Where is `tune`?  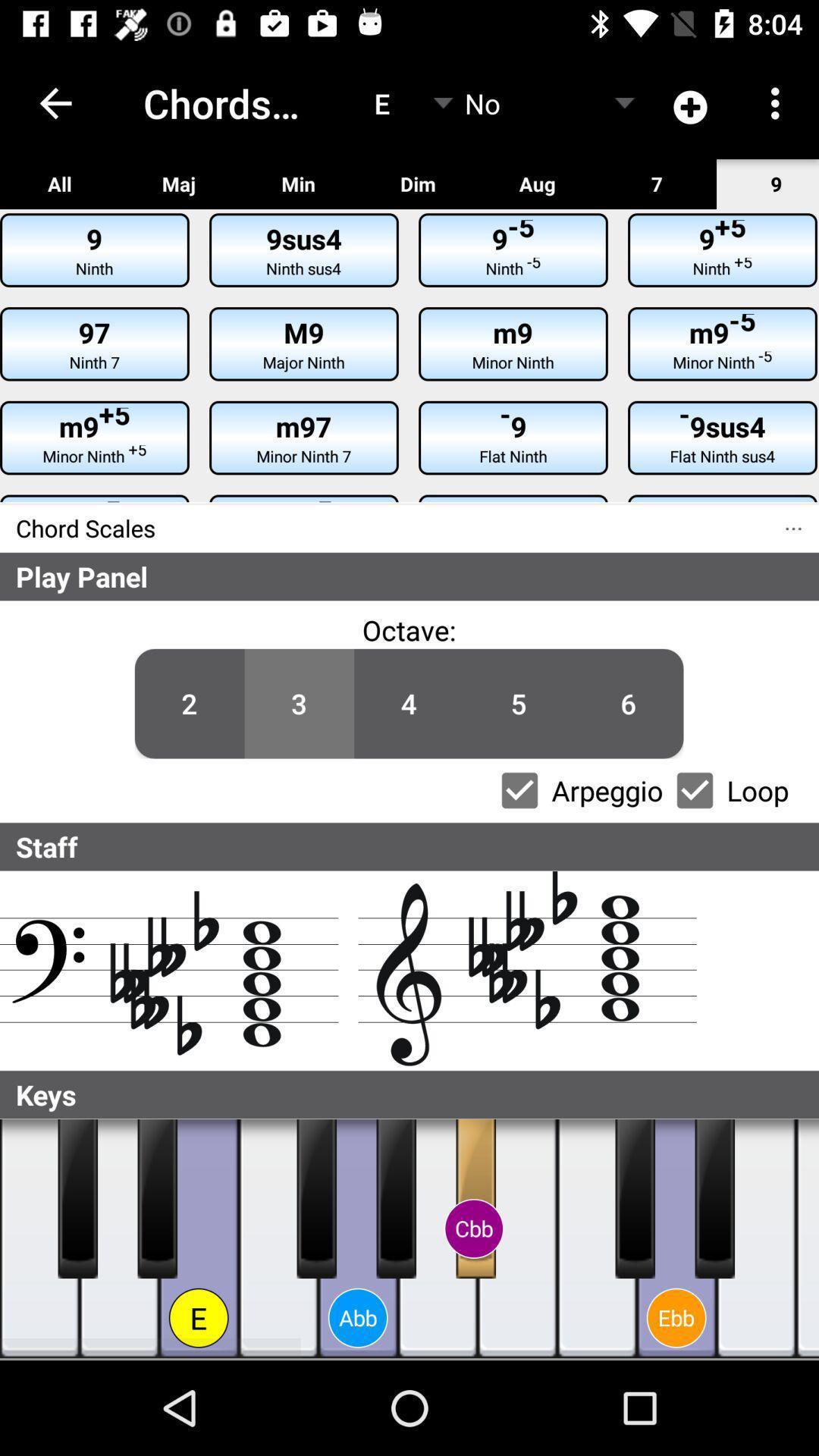
tune is located at coordinates (118, 1238).